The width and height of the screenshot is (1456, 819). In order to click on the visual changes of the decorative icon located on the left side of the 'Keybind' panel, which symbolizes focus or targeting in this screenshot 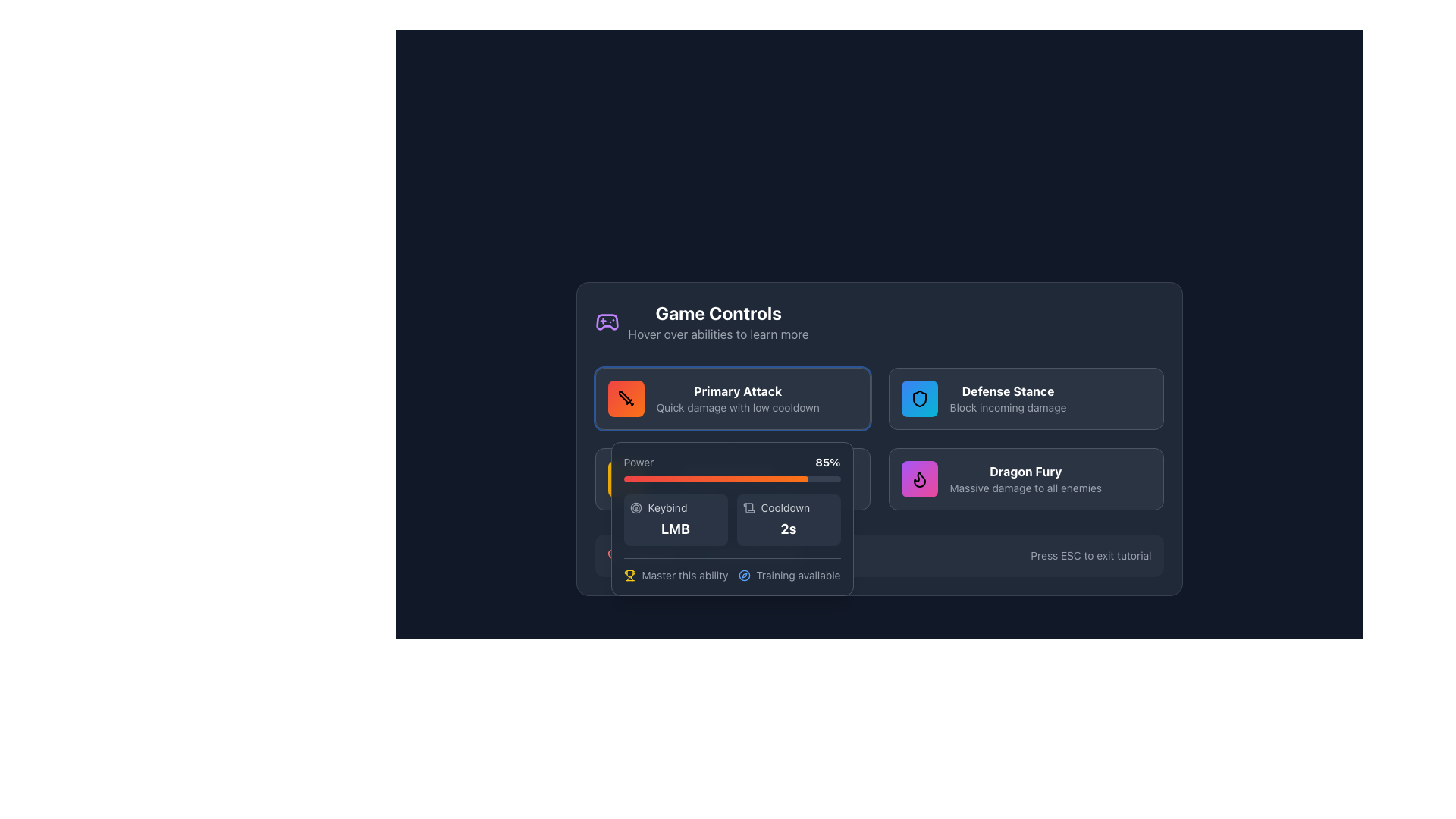, I will do `click(636, 508)`.